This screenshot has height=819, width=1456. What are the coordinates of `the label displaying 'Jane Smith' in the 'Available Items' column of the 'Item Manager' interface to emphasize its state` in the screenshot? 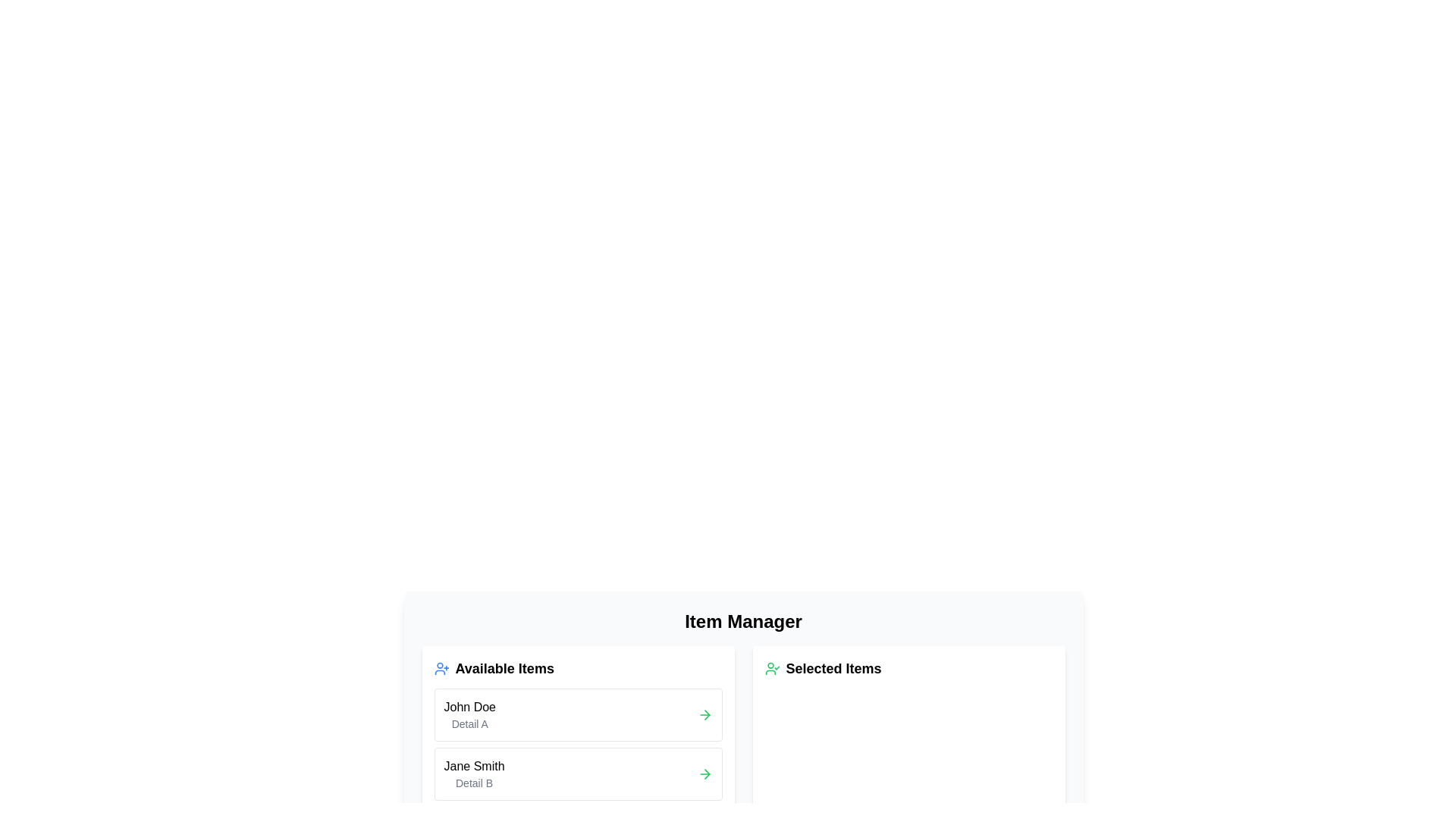 It's located at (473, 774).